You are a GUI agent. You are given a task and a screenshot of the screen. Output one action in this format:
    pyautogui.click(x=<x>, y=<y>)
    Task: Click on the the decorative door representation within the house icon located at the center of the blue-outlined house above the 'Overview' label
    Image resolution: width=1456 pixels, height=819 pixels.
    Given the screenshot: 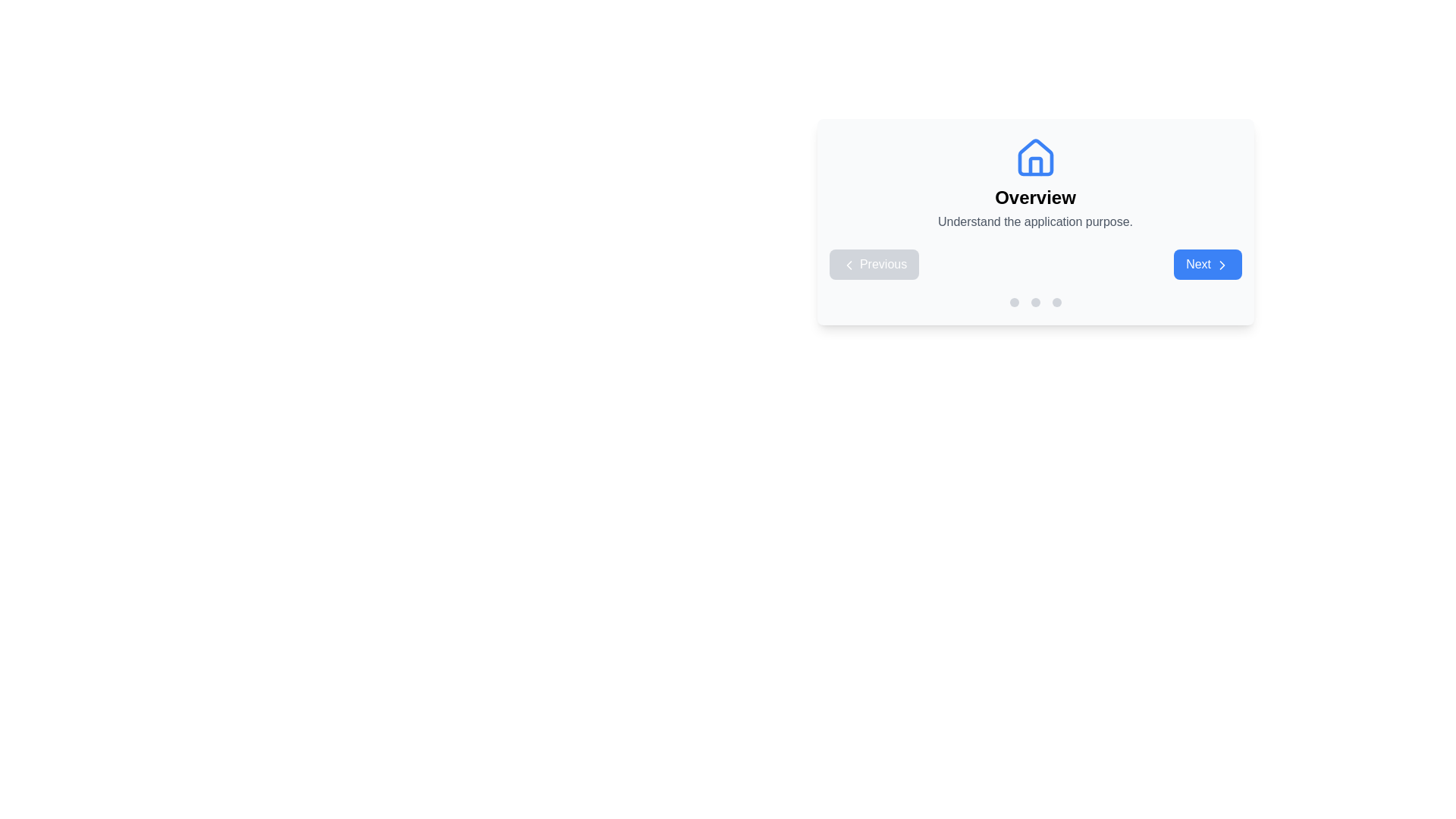 What is the action you would take?
    pyautogui.click(x=1034, y=166)
    